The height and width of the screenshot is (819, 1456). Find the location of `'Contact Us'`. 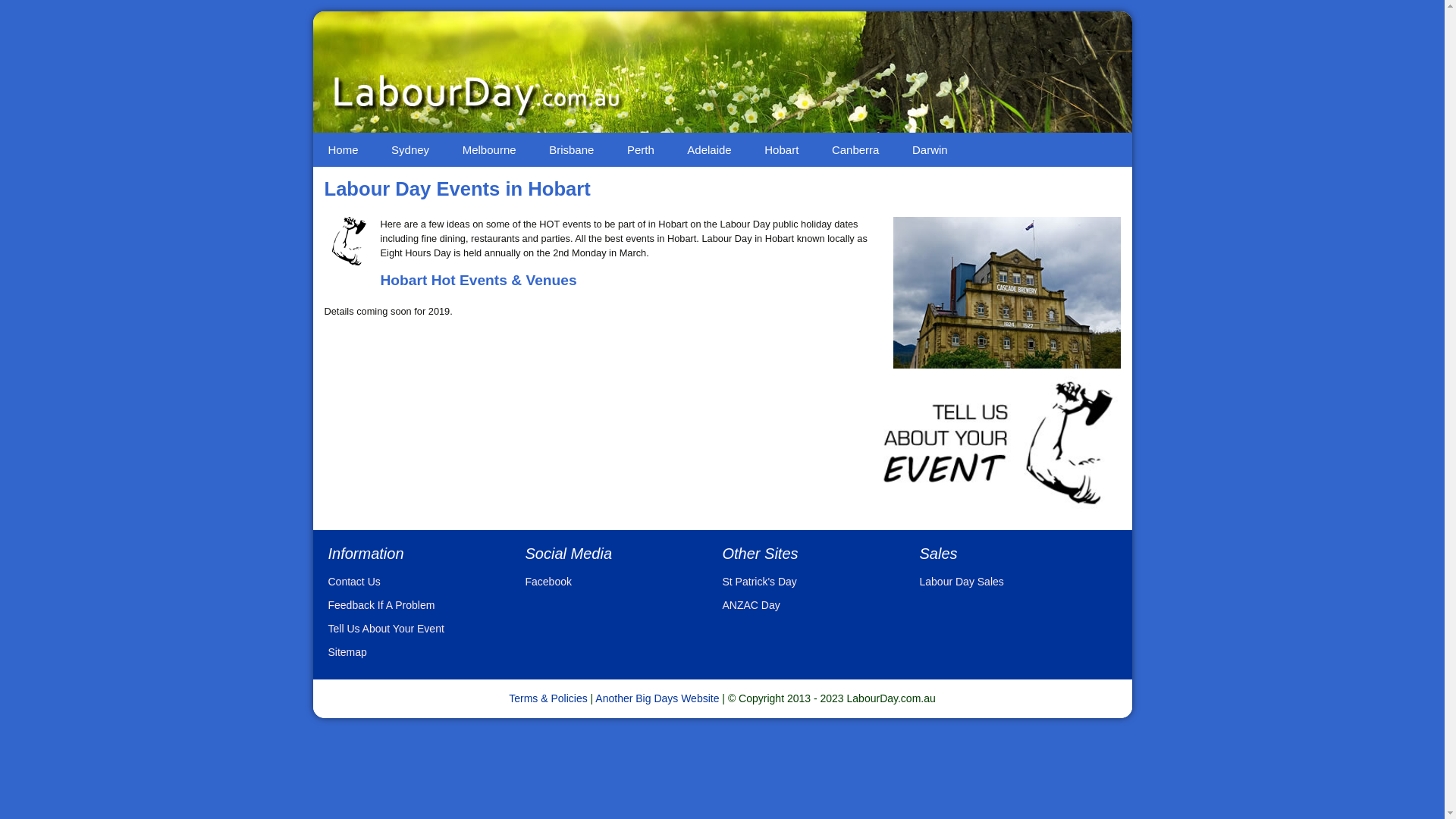

'Contact Us' is located at coordinates (353, 581).